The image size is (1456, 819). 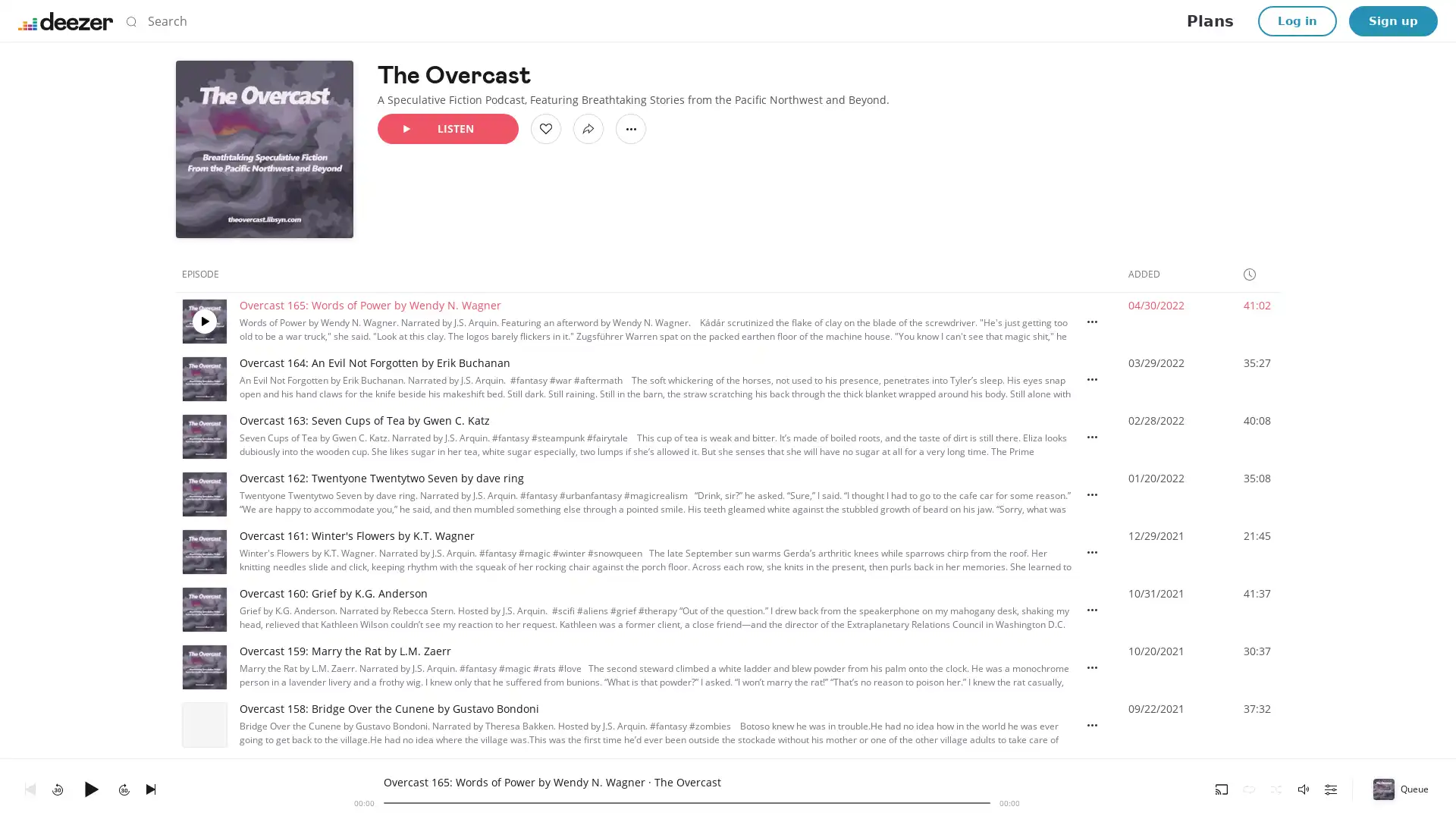 I want to click on Skip back 30 seconds, so click(x=58, y=788).